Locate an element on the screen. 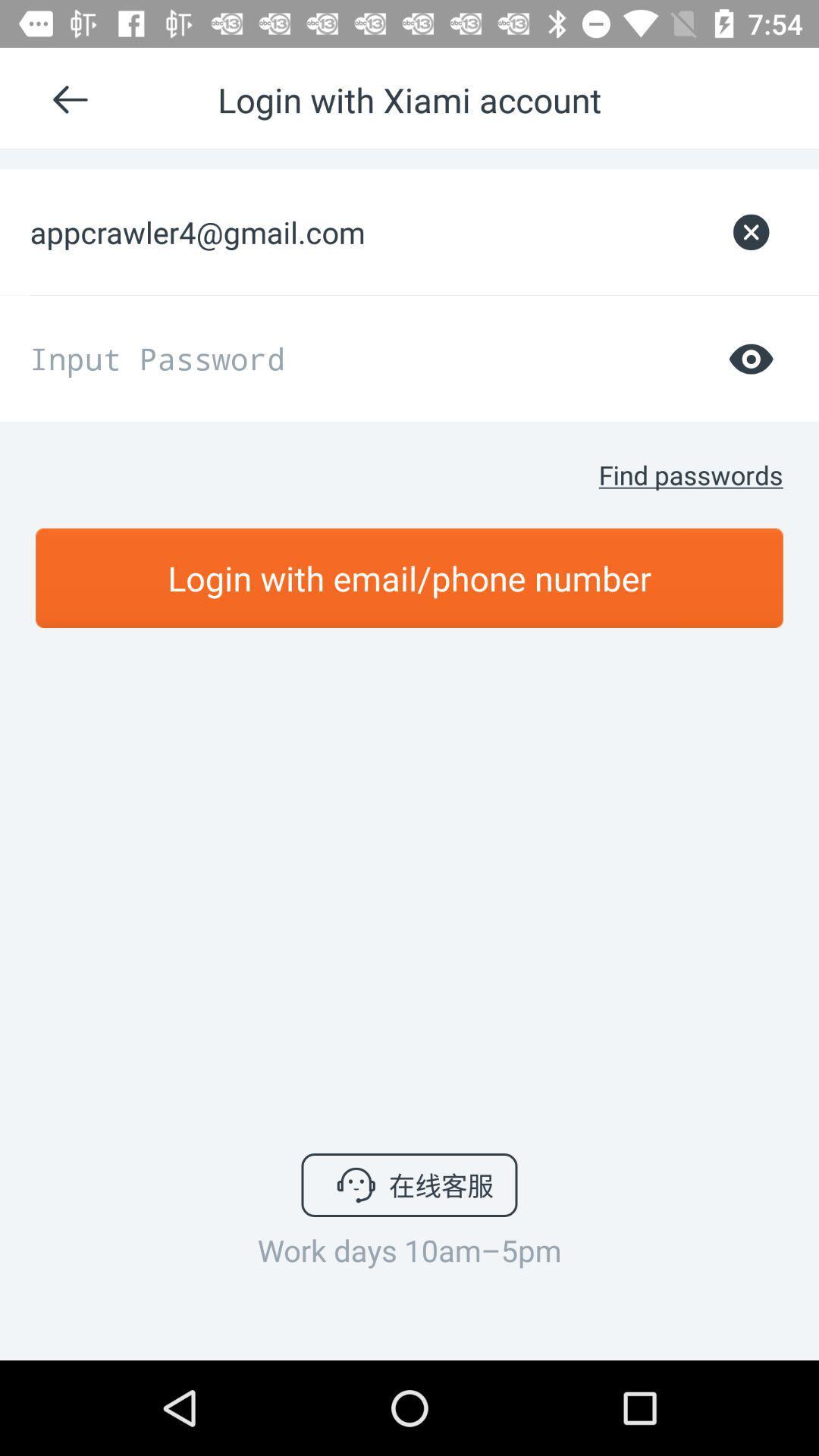  top left corner button is located at coordinates (77, 99).